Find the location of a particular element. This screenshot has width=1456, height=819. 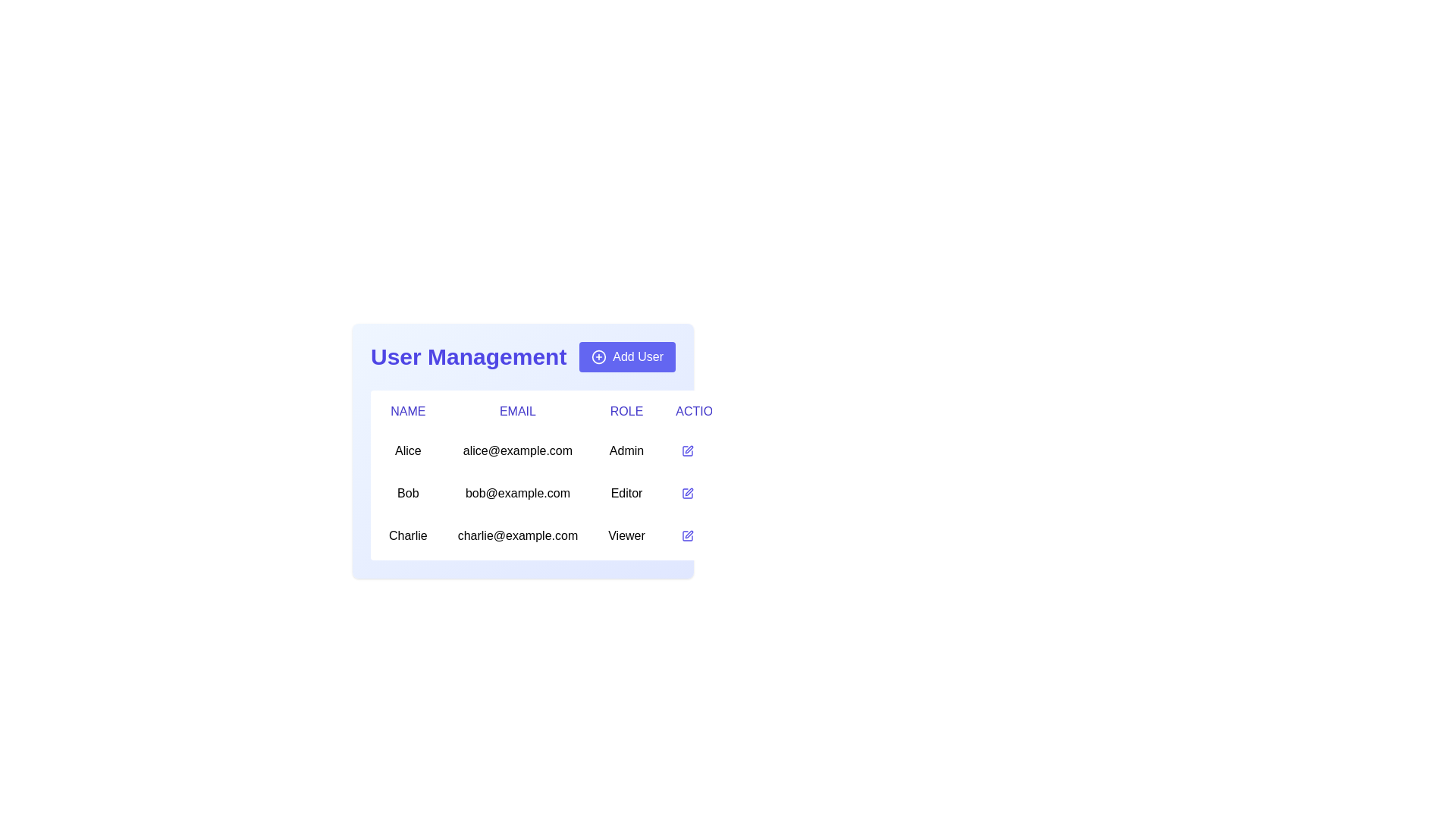

the first row in the User Management table to perform additional actions, which includes user details like name, email, and role is located at coordinates (558, 450).